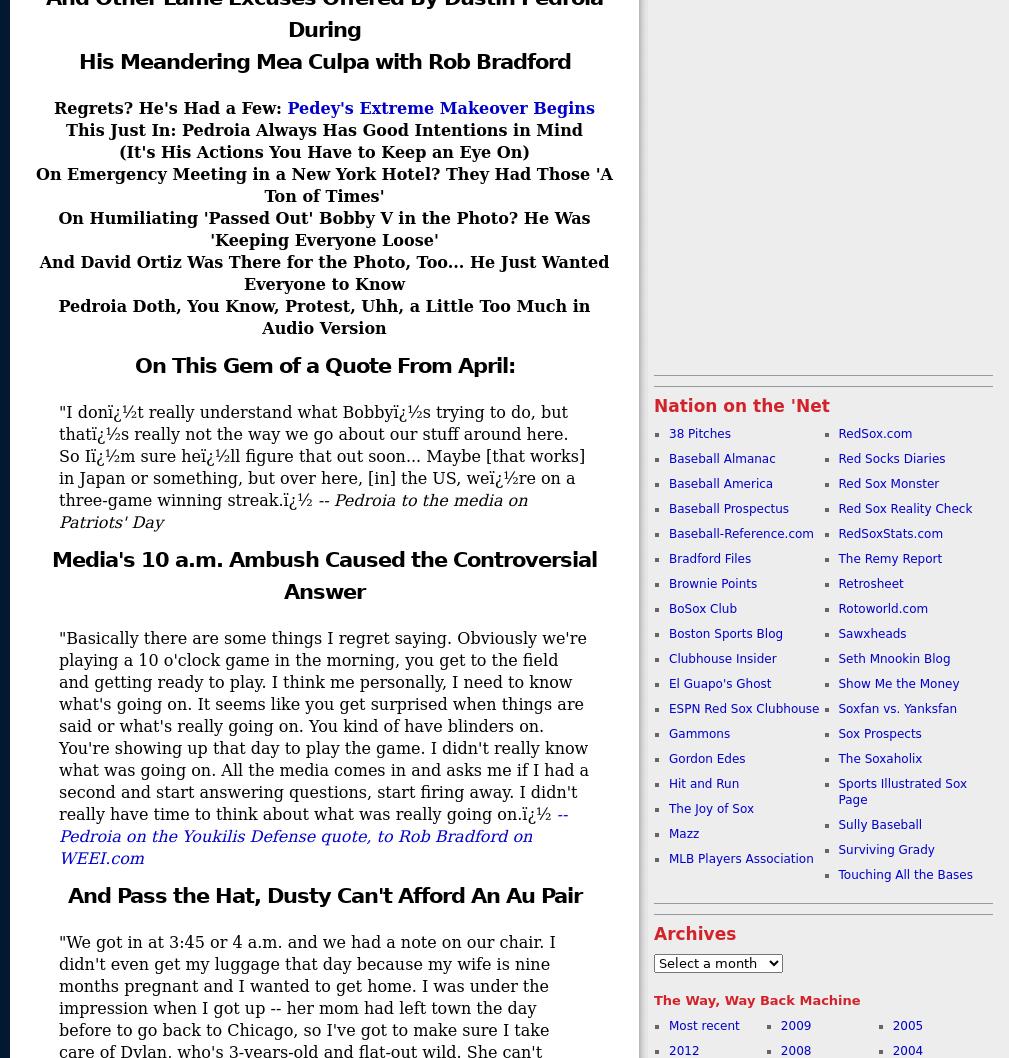 The height and width of the screenshot is (1058, 1009). Describe the element at coordinates (707, 759) in the screenshot. I see `'Gordon Edes'` at that location.